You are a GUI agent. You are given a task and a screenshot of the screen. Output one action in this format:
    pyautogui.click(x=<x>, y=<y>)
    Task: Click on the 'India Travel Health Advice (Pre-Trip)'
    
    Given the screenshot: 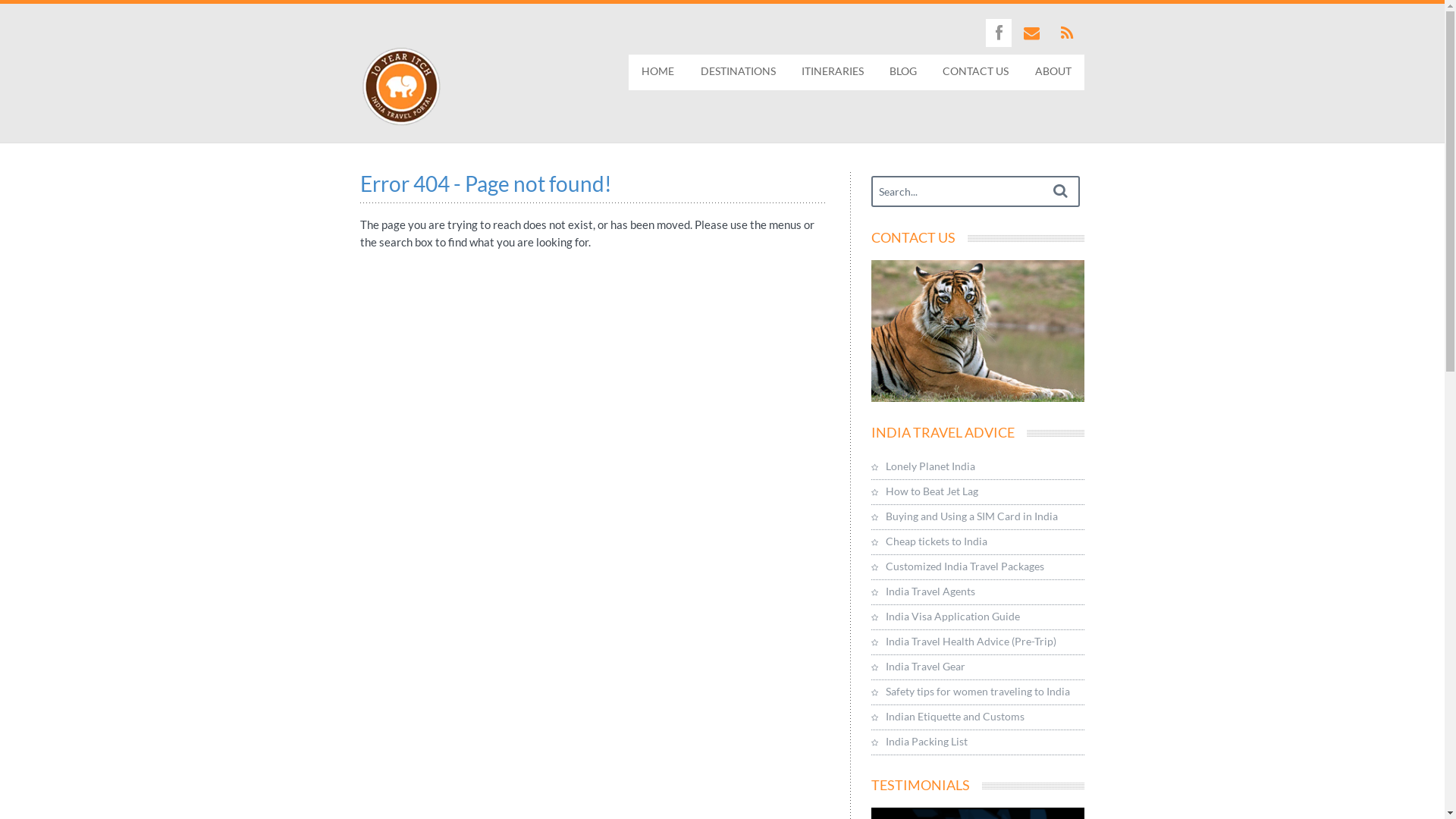 What is the action you would take?
    pyautogui.click(x=977, y=642)
    